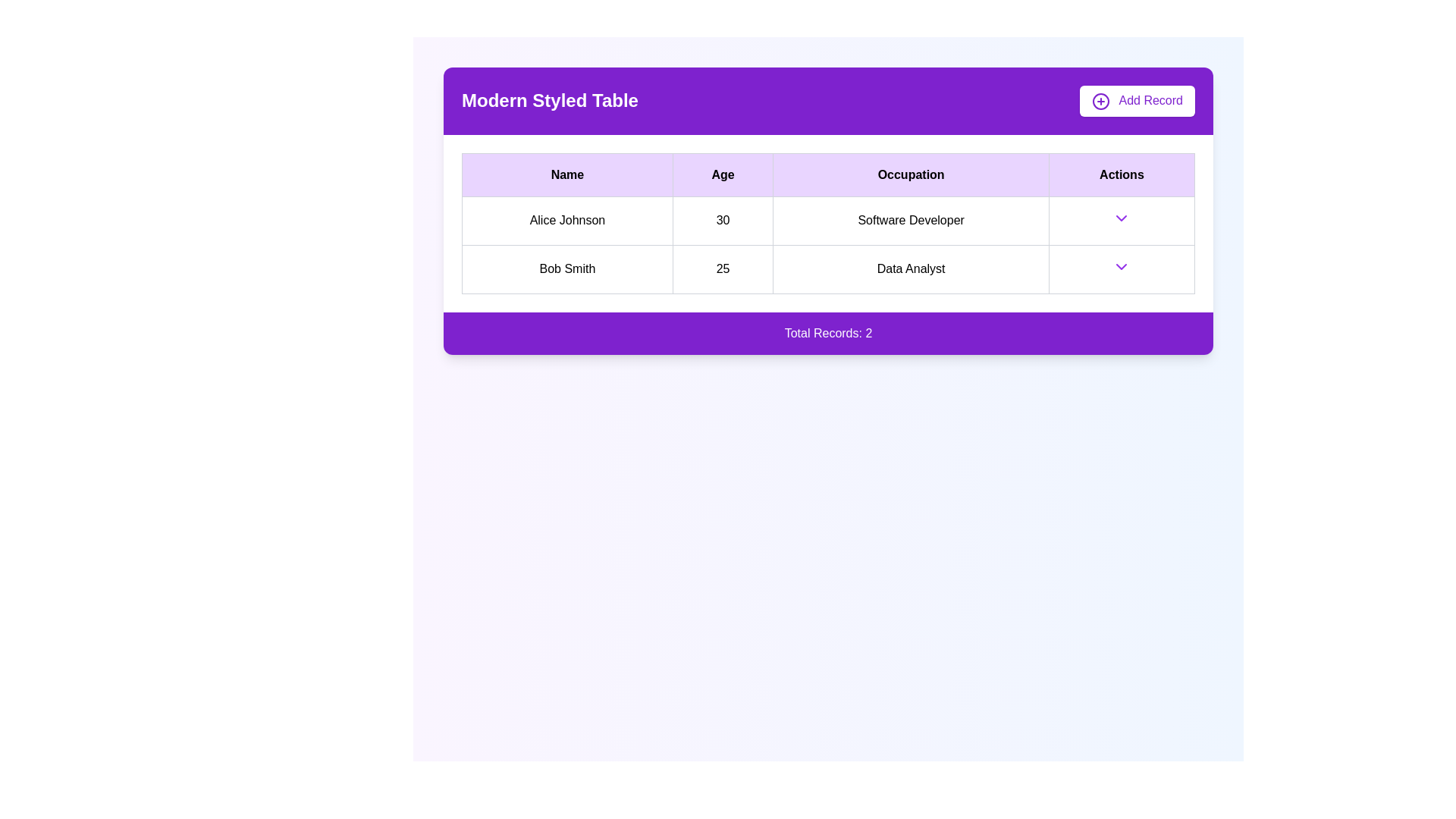 The height and width of the screenshot is (819, 1456). I want to click on the text label located on the left side of the purple header bar, which serves as the title for the section and is positioned to the left of the 'Add Record' button, so click(549, 101).